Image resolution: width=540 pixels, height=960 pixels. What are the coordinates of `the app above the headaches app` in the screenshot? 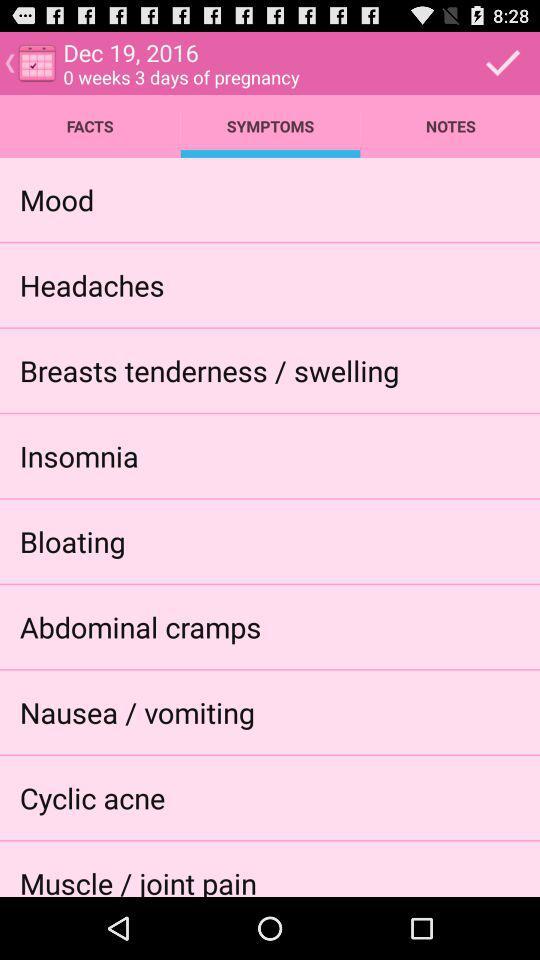 It's located at (57, 199).